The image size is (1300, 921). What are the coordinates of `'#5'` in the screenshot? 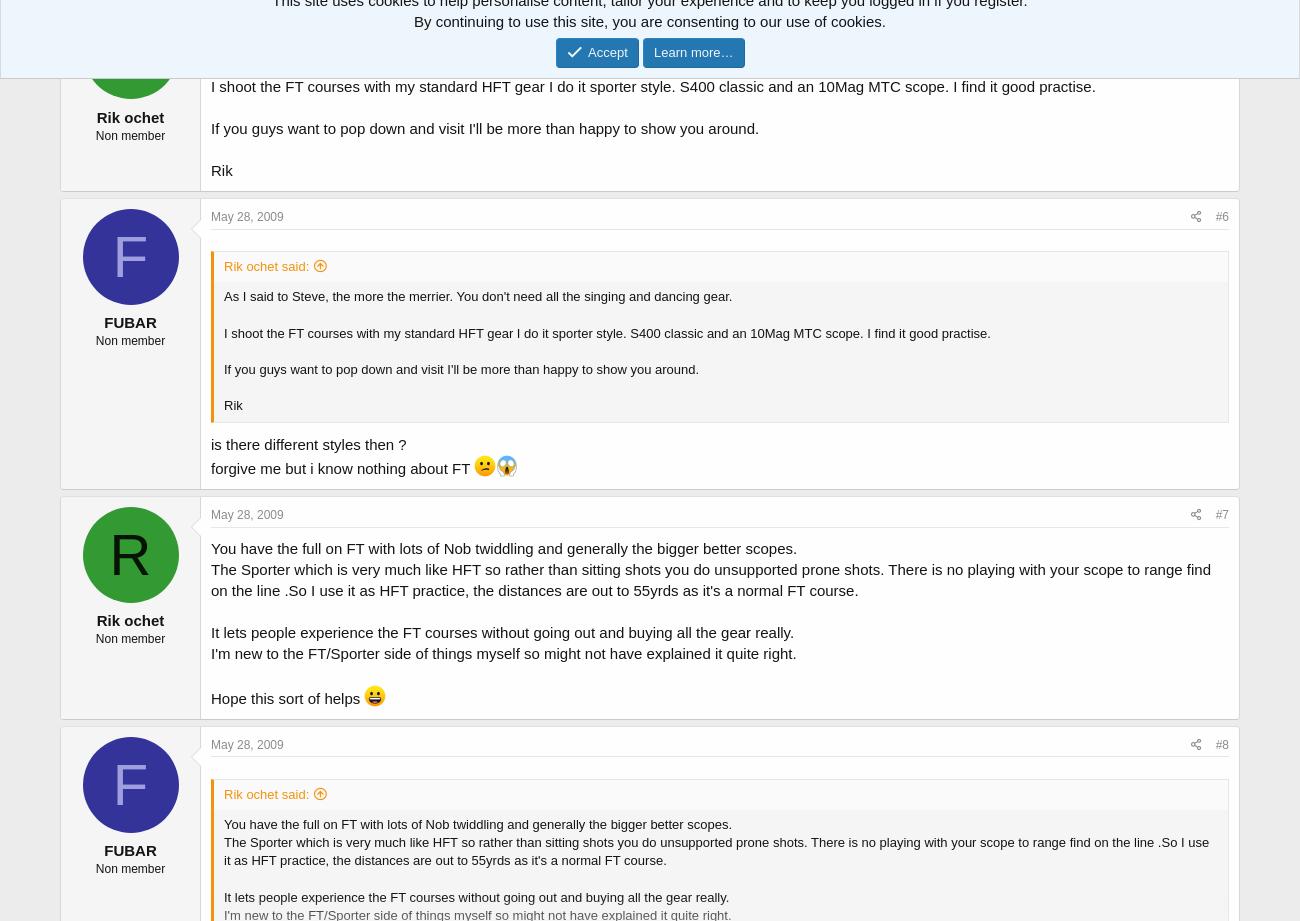 It's located at (1221, 10).